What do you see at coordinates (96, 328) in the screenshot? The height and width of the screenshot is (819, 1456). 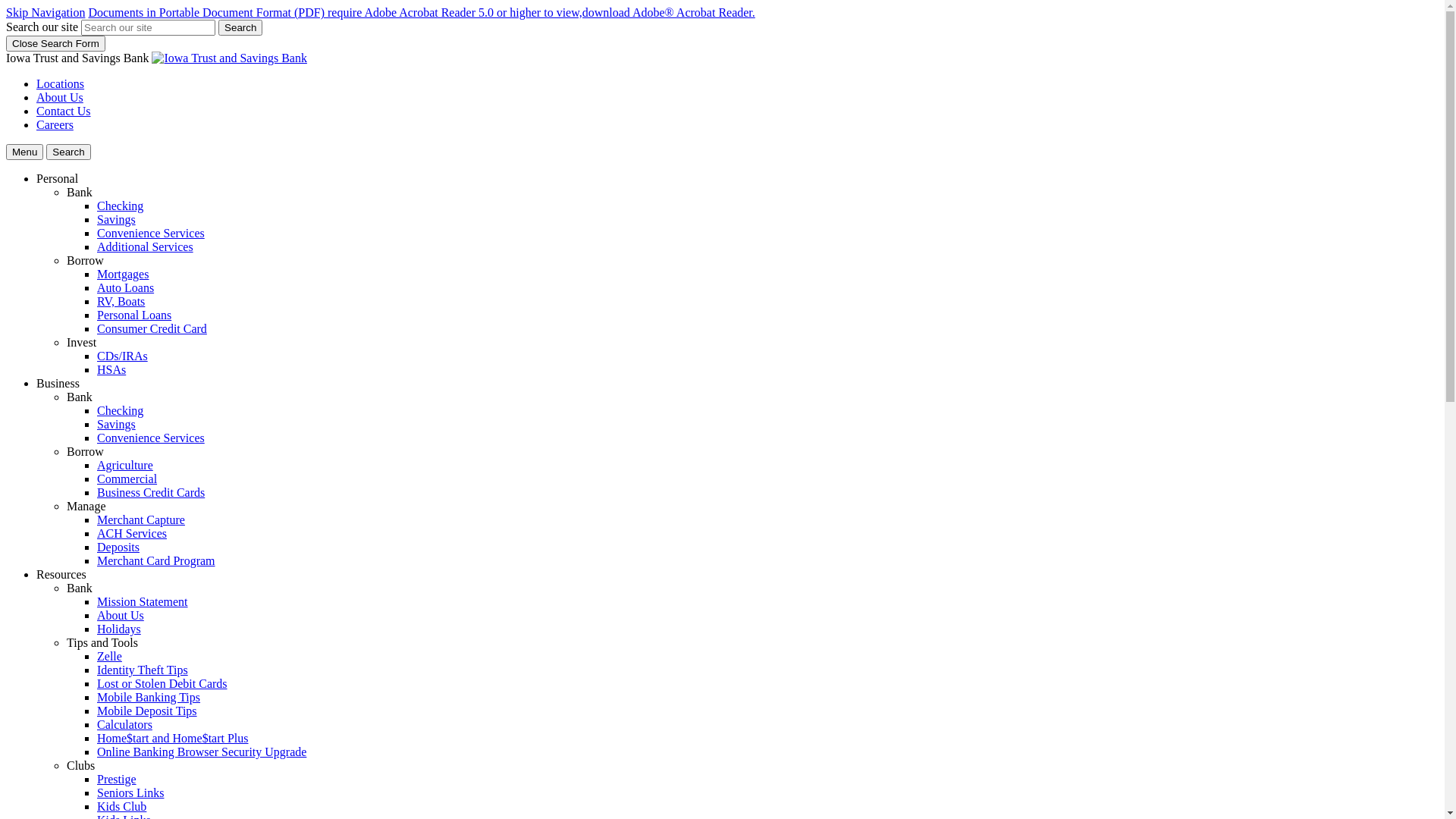 I see `'Consumer Credit Card'` at bounding box center [96, 328].